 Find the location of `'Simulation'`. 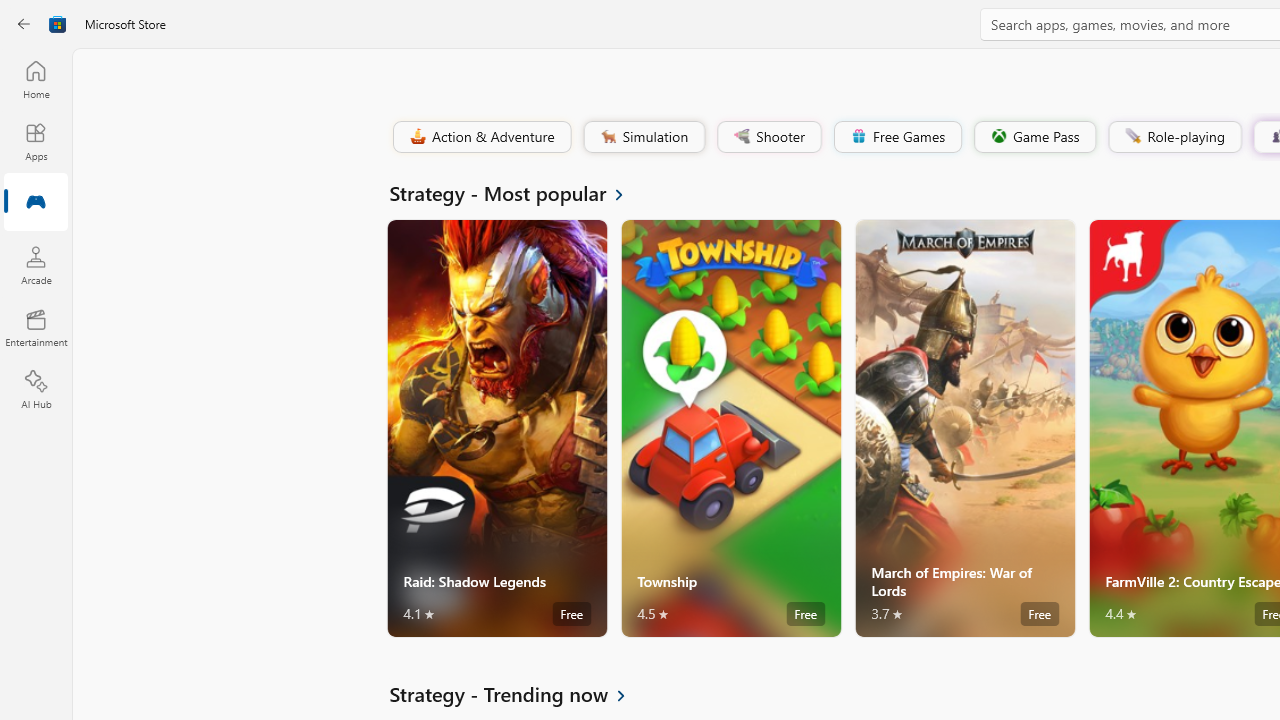

'Simulation' is located at coordinates (643, 135).